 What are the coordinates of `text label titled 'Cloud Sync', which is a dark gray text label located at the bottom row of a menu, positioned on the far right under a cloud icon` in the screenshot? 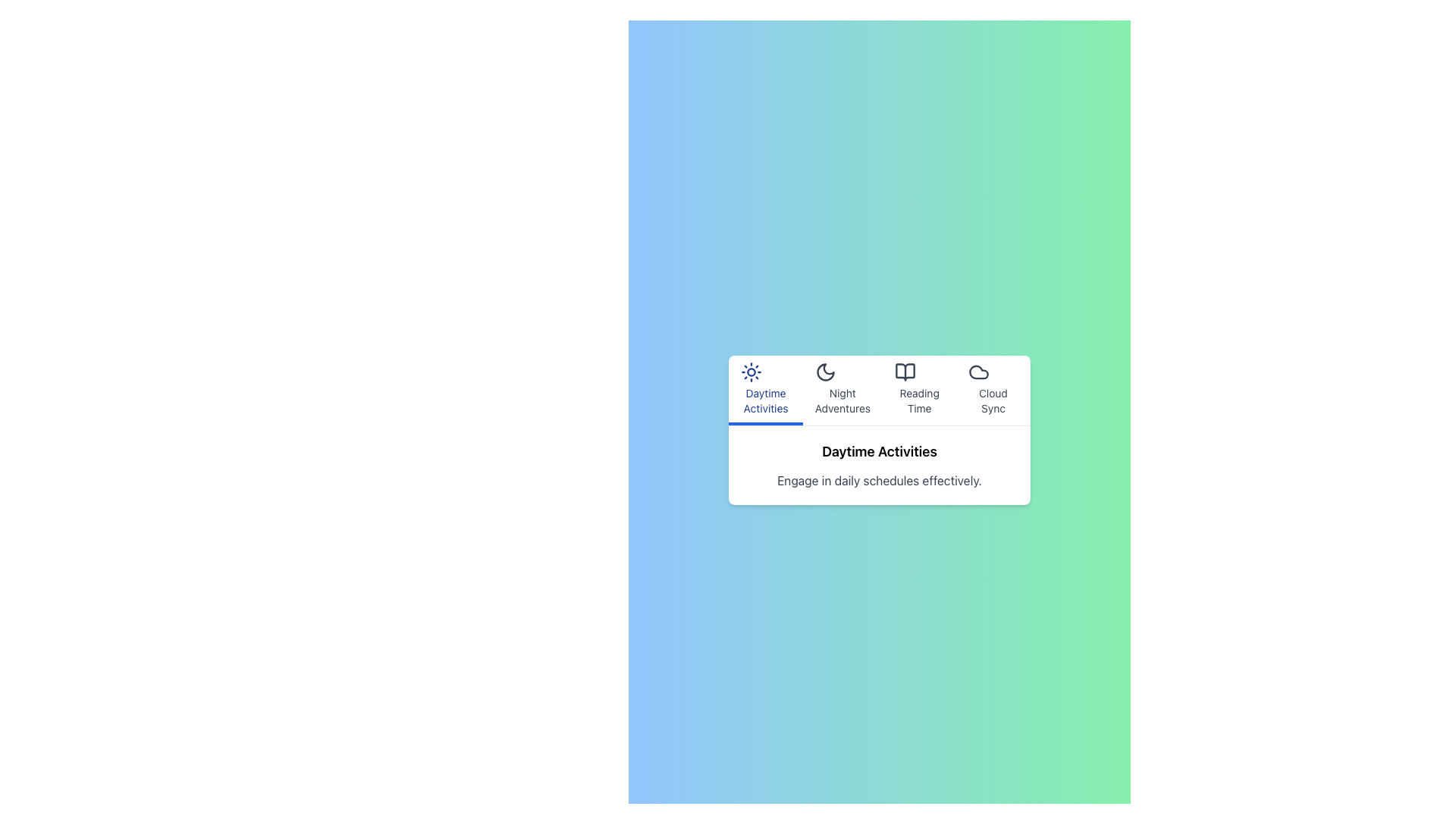 It's located at (993, 400).